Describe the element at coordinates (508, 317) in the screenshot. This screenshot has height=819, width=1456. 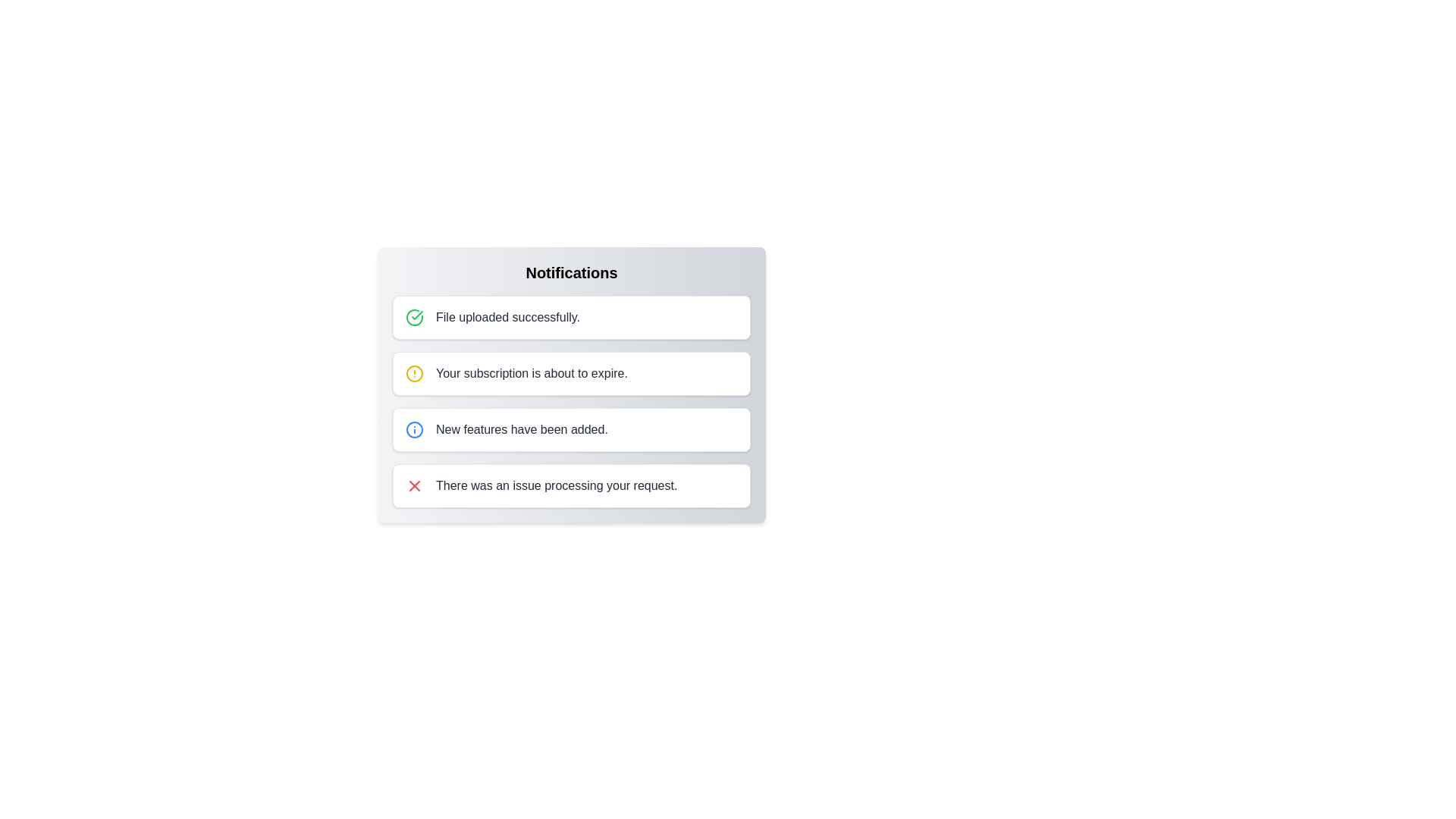
I see `the text label that displays 'File uploaded successfully.' in a medium-weight gray font, located in the topmost notification card` at that location.